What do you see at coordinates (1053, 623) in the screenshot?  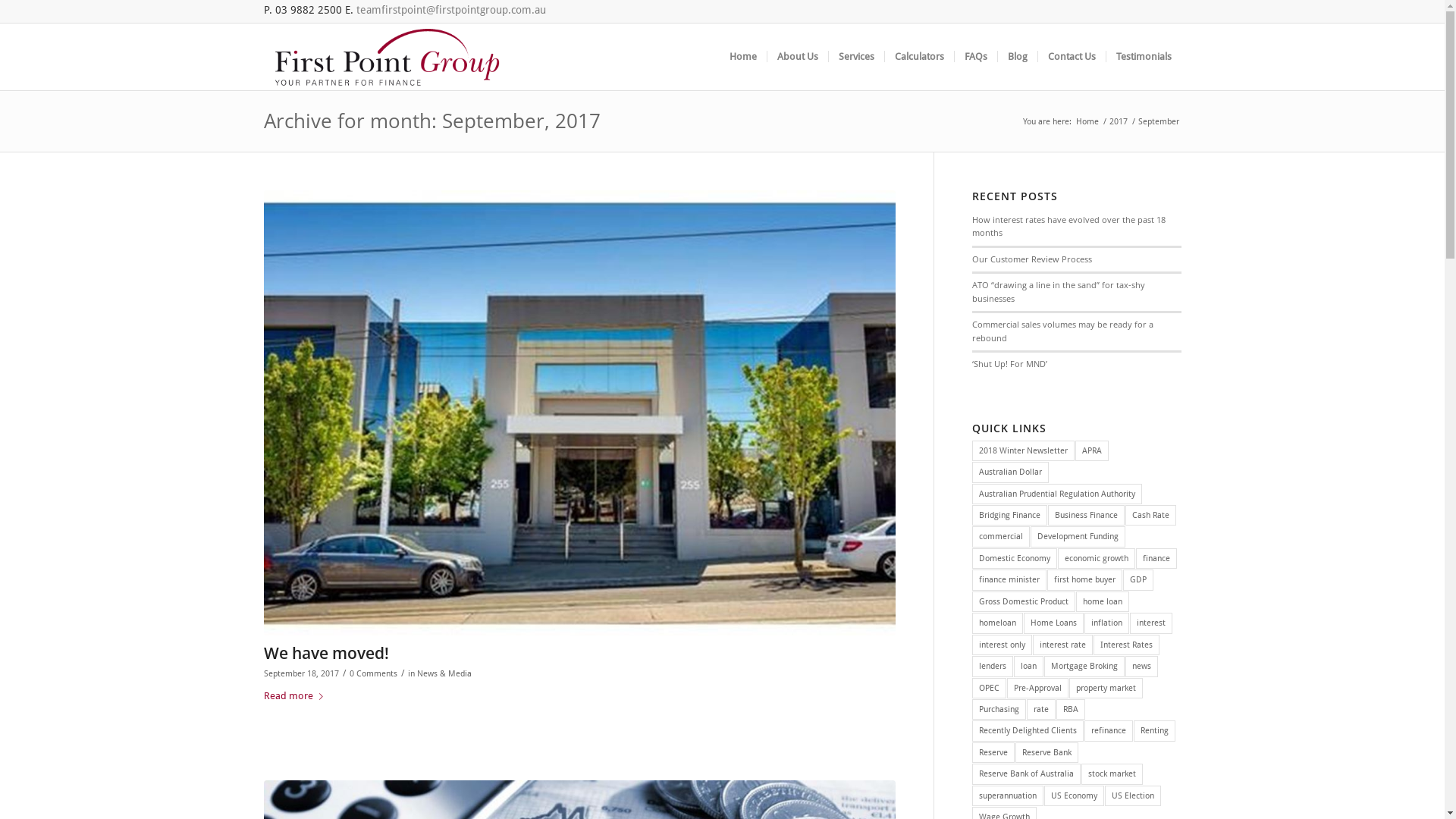 I see `'Home Loans'` at bounding box center [1053, 623].